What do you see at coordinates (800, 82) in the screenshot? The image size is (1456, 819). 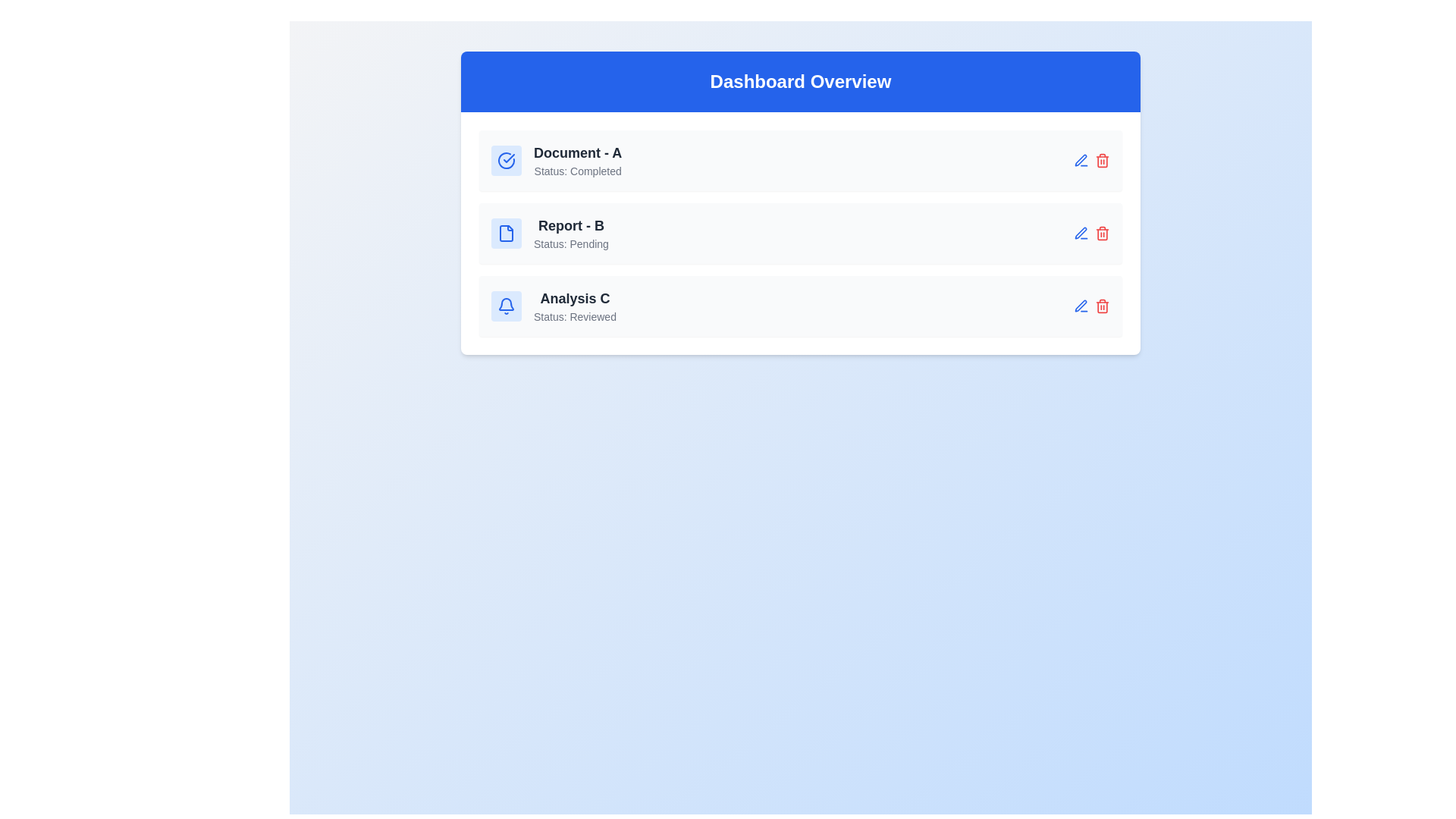 I see `the text label that serves as a title or heading, providing a concise summary or identifier for the surrounding interface located at the top of the main card or panel` at bounding box center [800, 82].